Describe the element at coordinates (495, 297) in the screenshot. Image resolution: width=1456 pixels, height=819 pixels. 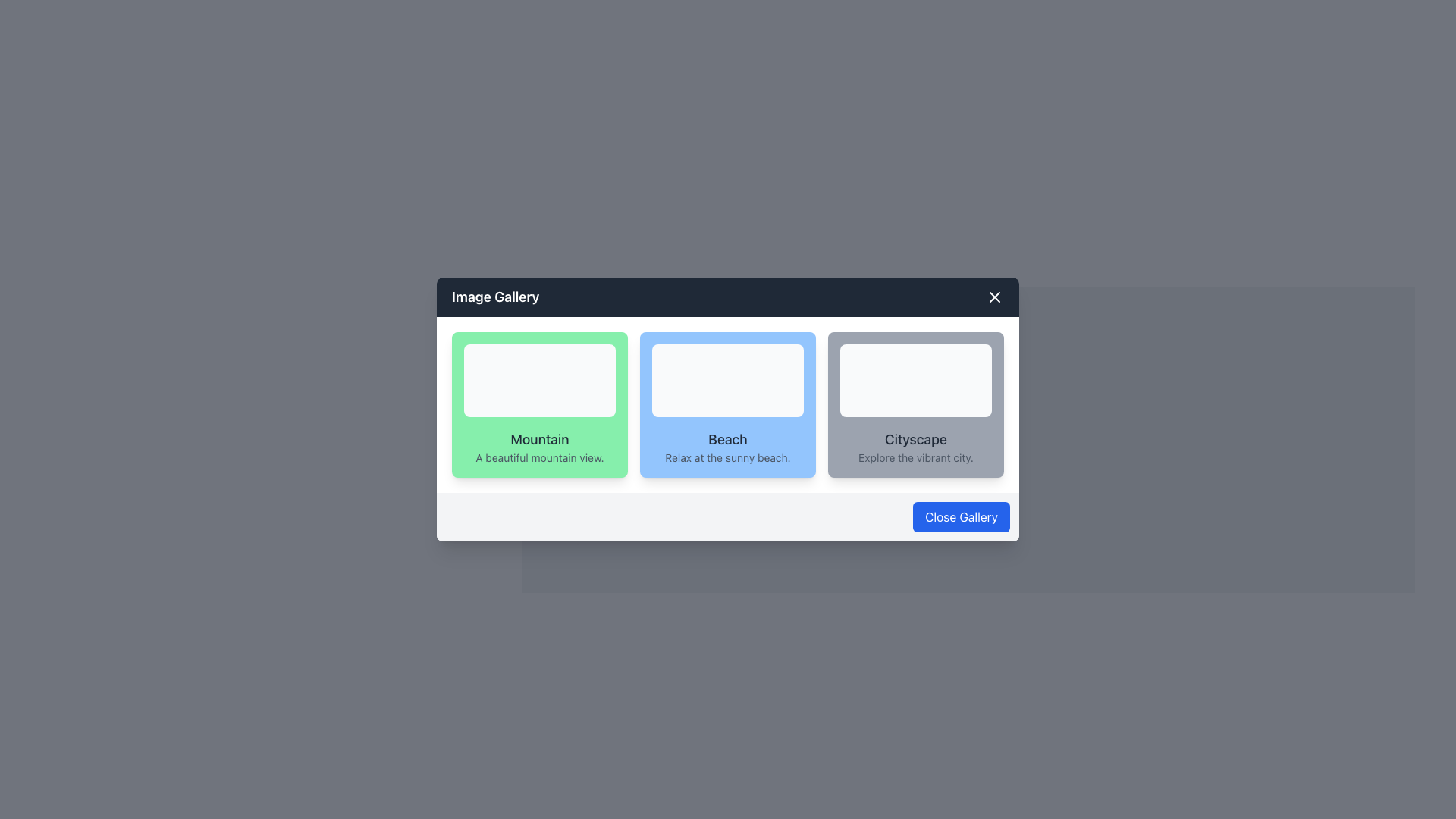
I see `the 'Image Gallery' text label located at the top-left corner of the header bar, which has a dark gray background and provides contextual information for the section below` at that location.